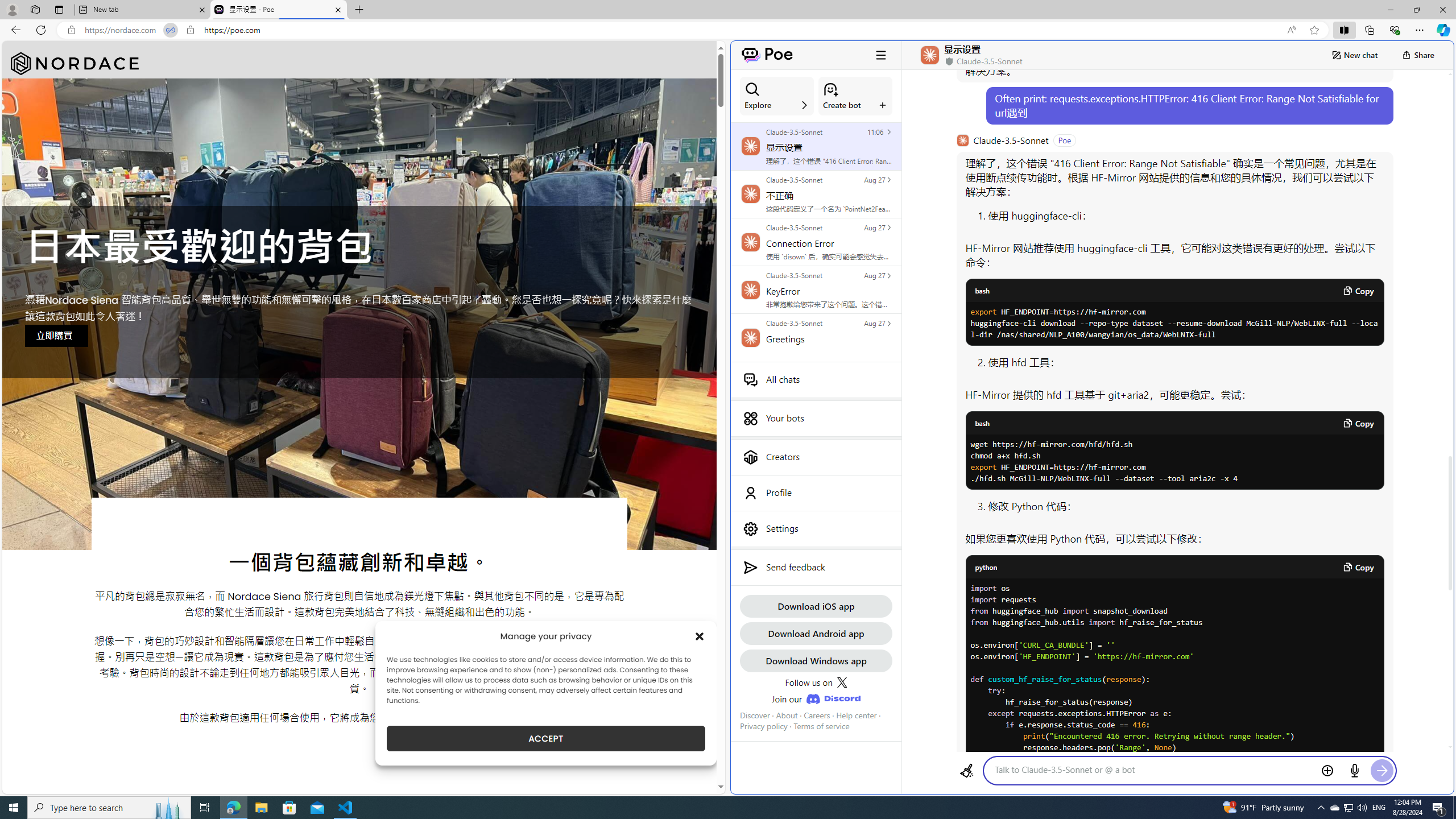  What do you see at coordinates (751, 89) in the screenshot?
I see `'Class: ManageBotsCardSection_searchIcon__laGLi'` at bounding box center [751, 89].